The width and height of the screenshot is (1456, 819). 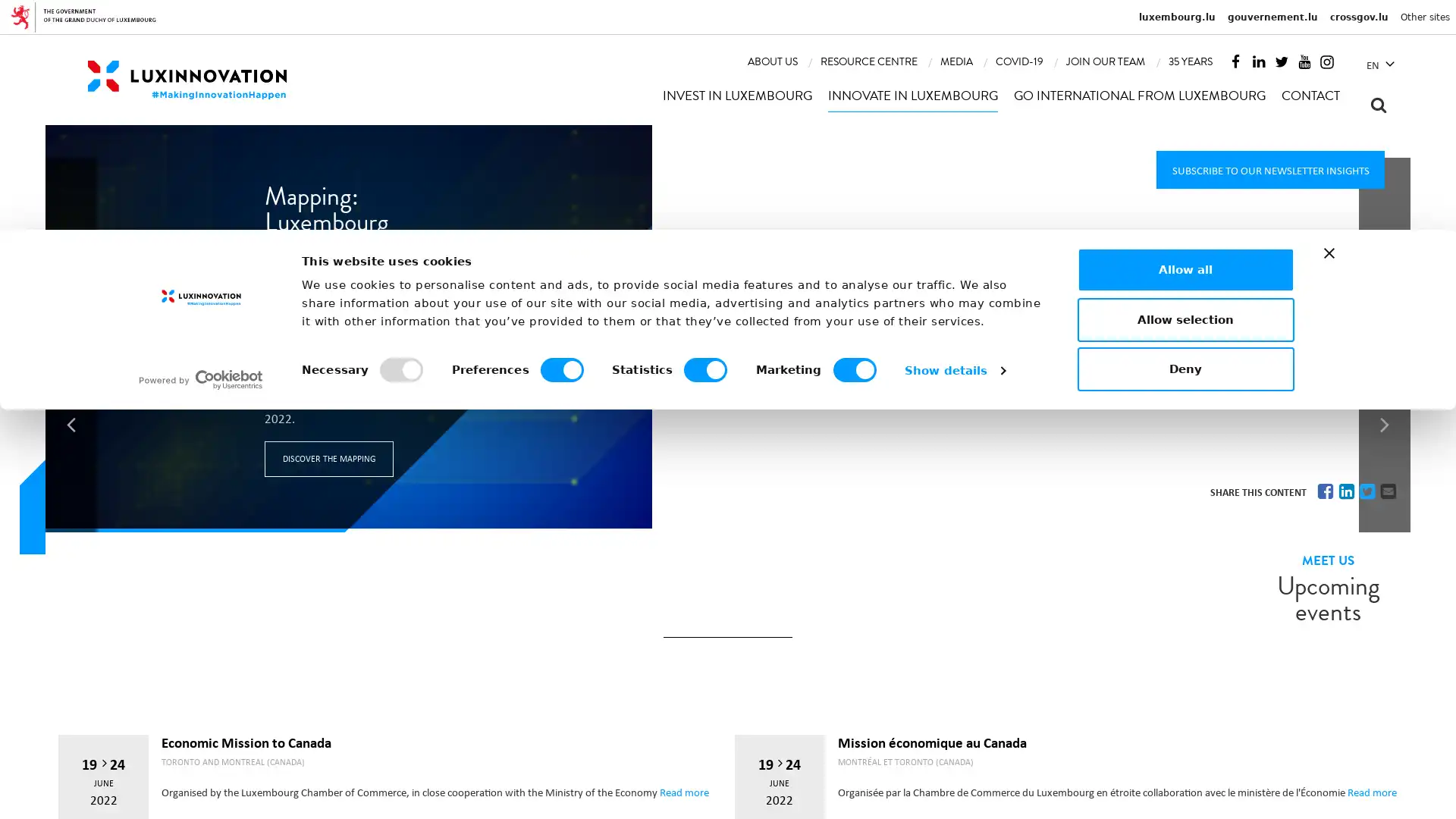 What do you see at coordinates (1328, 662) in the screenshot?
I see `Close banner` at bounding box center [1328, 662].